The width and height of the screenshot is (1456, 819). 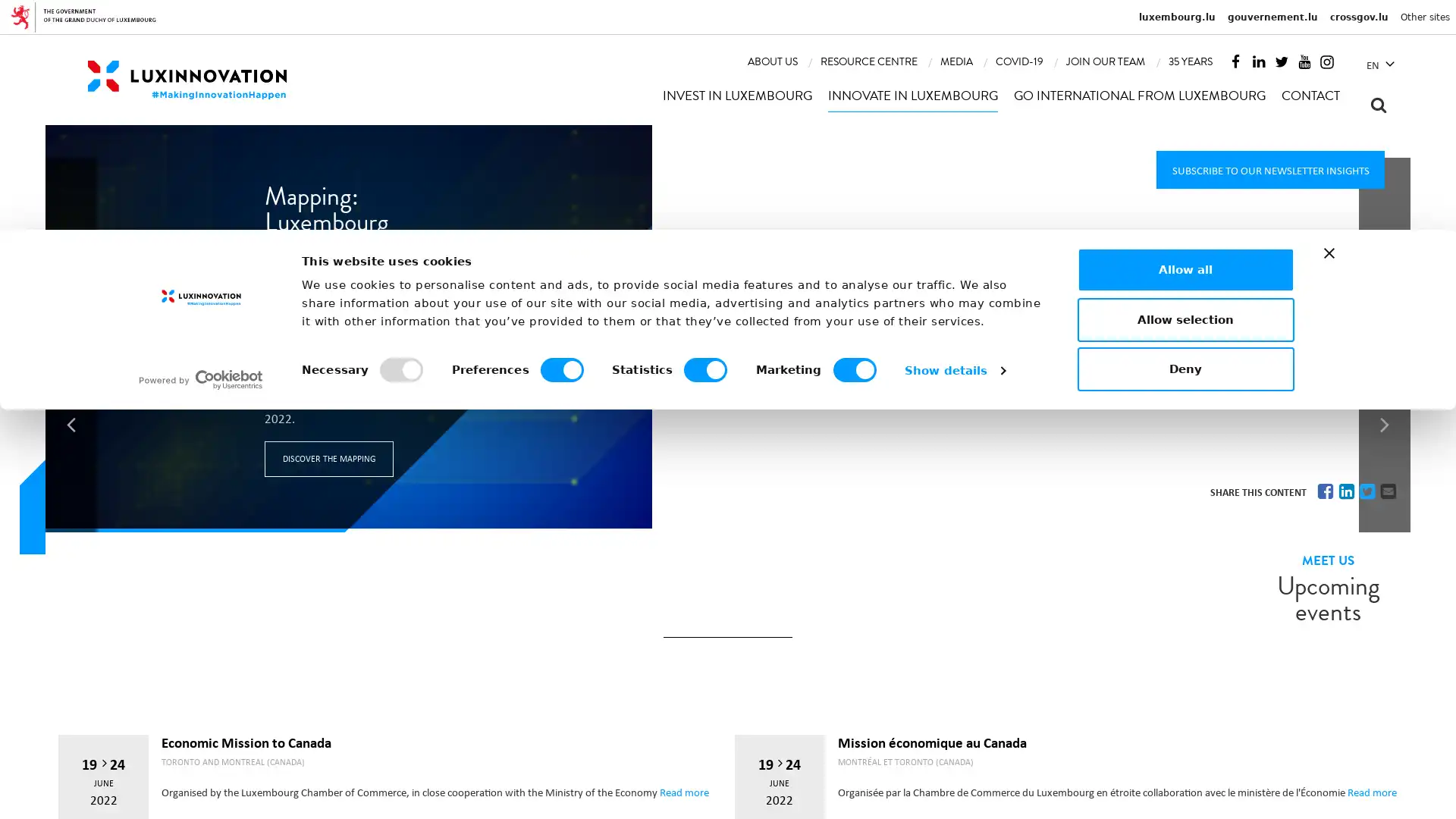 What do you see at coordinates (1328, 662) in the screenshot?
I see `Close banner` at bounding box center [1328, 662].